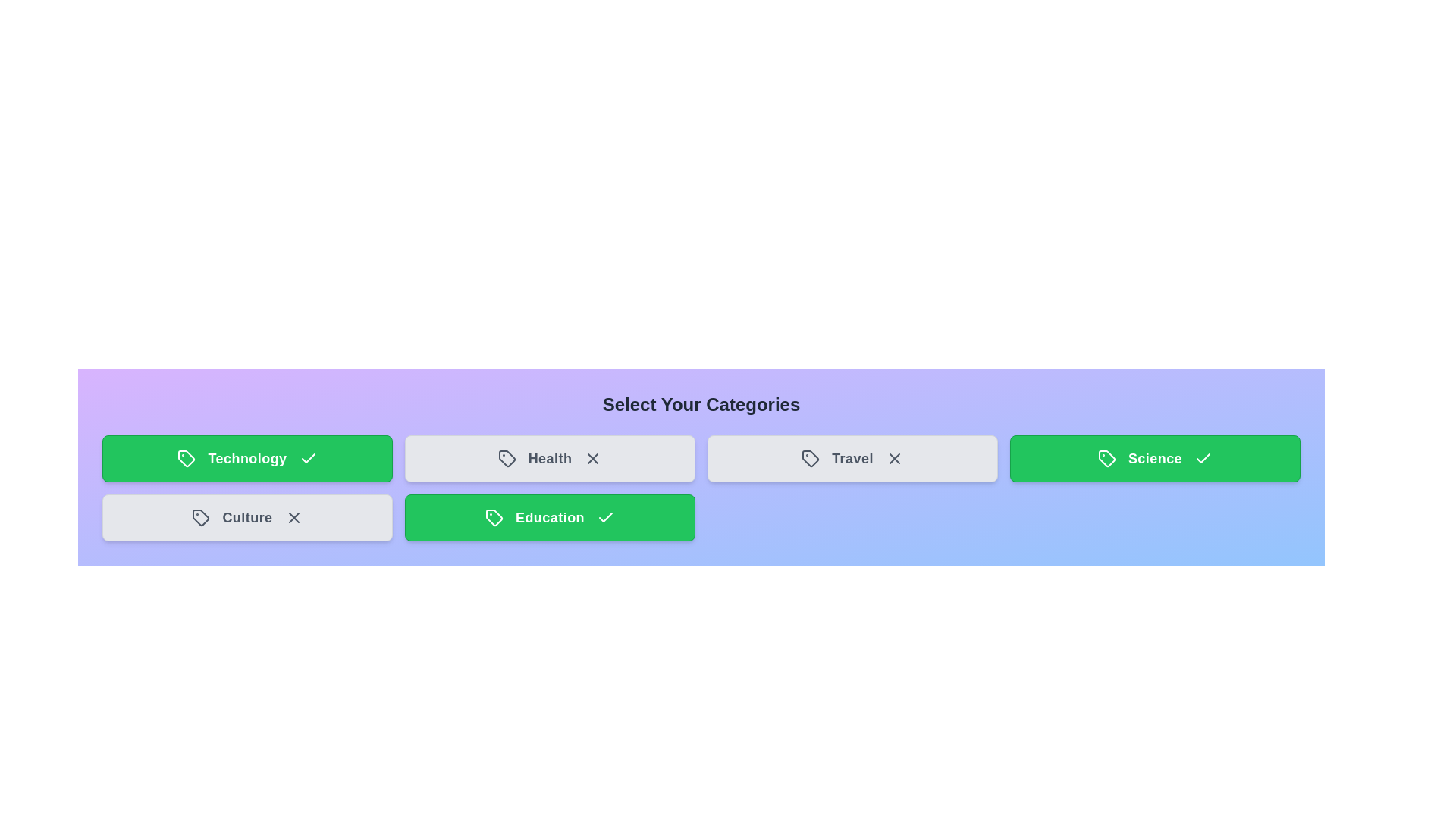 The height and width of the screenshot is (819, 1456). Describe the element at coordinates (549, 516) in the screenshot. I see `the category tile labeled Education` at that location.